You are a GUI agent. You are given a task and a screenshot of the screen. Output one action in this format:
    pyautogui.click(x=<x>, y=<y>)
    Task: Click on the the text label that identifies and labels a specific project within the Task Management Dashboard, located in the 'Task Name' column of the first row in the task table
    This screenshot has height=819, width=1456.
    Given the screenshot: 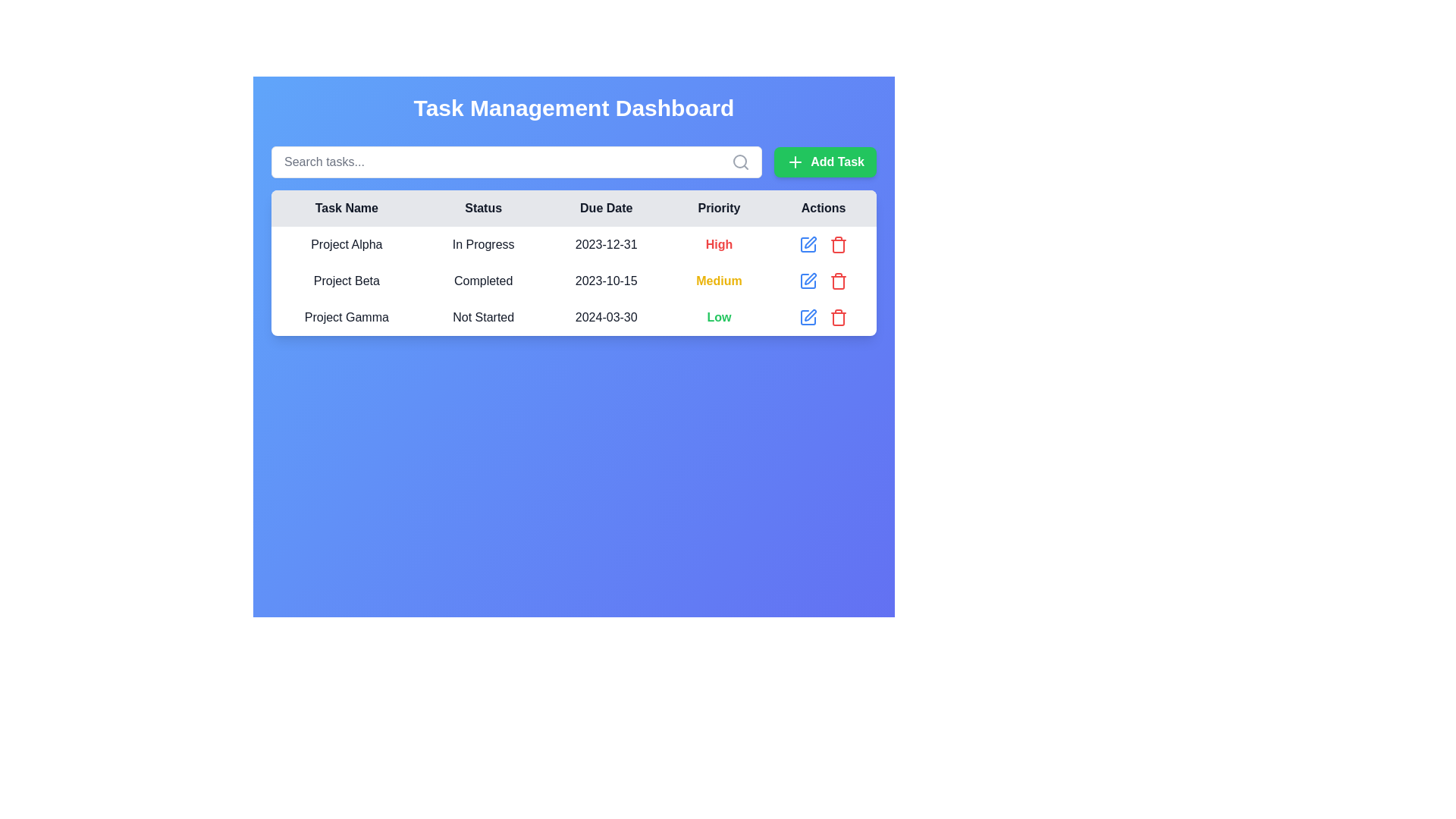 What is the action you would take?
    pyautogui.click(x=346, y=244)
    